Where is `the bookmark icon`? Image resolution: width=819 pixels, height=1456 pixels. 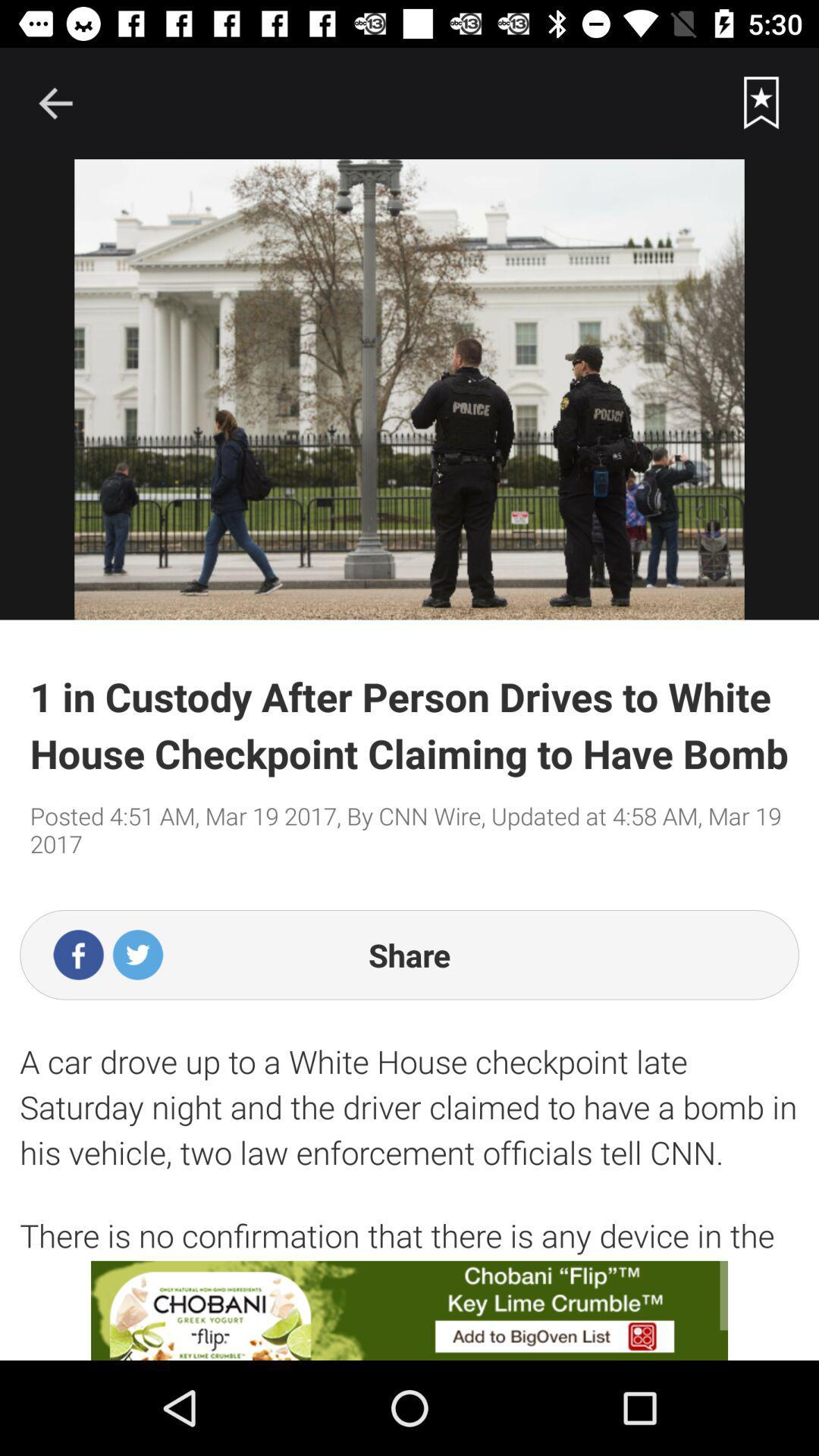 the bookmark icon is located at coordinates (761, 102).